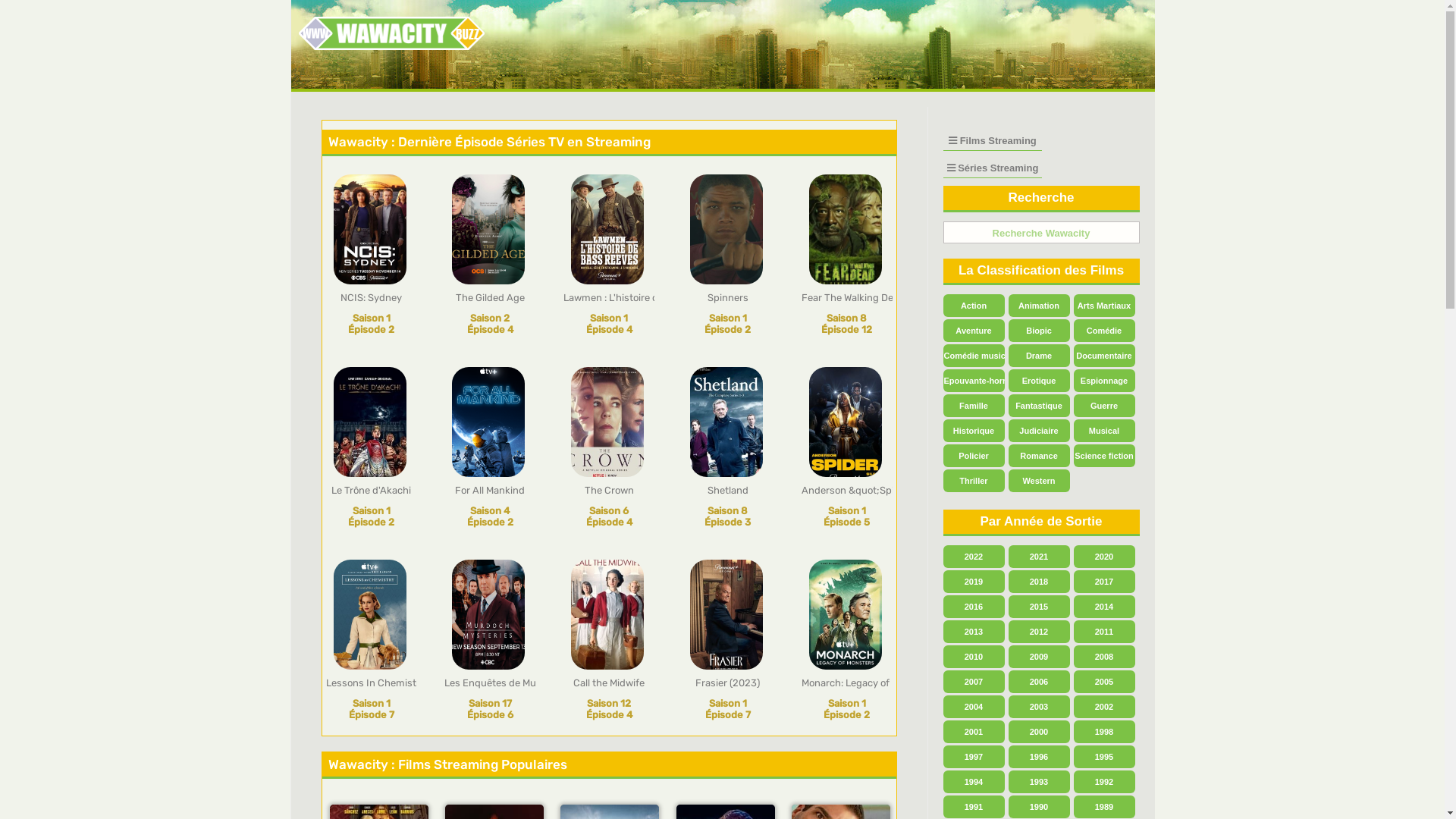  Describe the element at coordinates (1008, 430) in the screenshot. I see `'Judiciaire'` at that location.